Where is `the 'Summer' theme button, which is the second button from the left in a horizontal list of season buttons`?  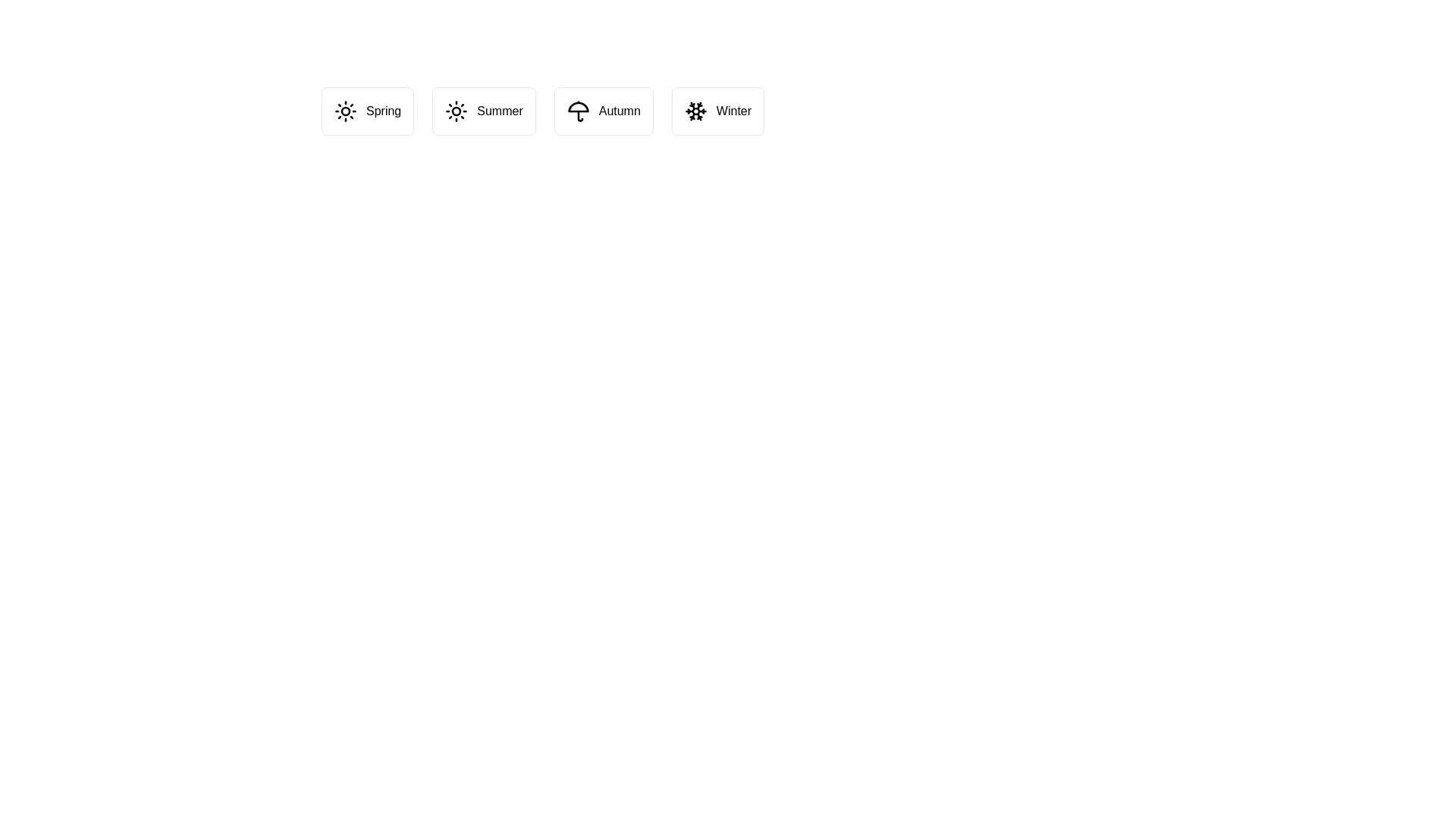 the 'Summer' theme button, which is the second button from the left in a horizontal list of season buttons is located at coordinates (483, 110).